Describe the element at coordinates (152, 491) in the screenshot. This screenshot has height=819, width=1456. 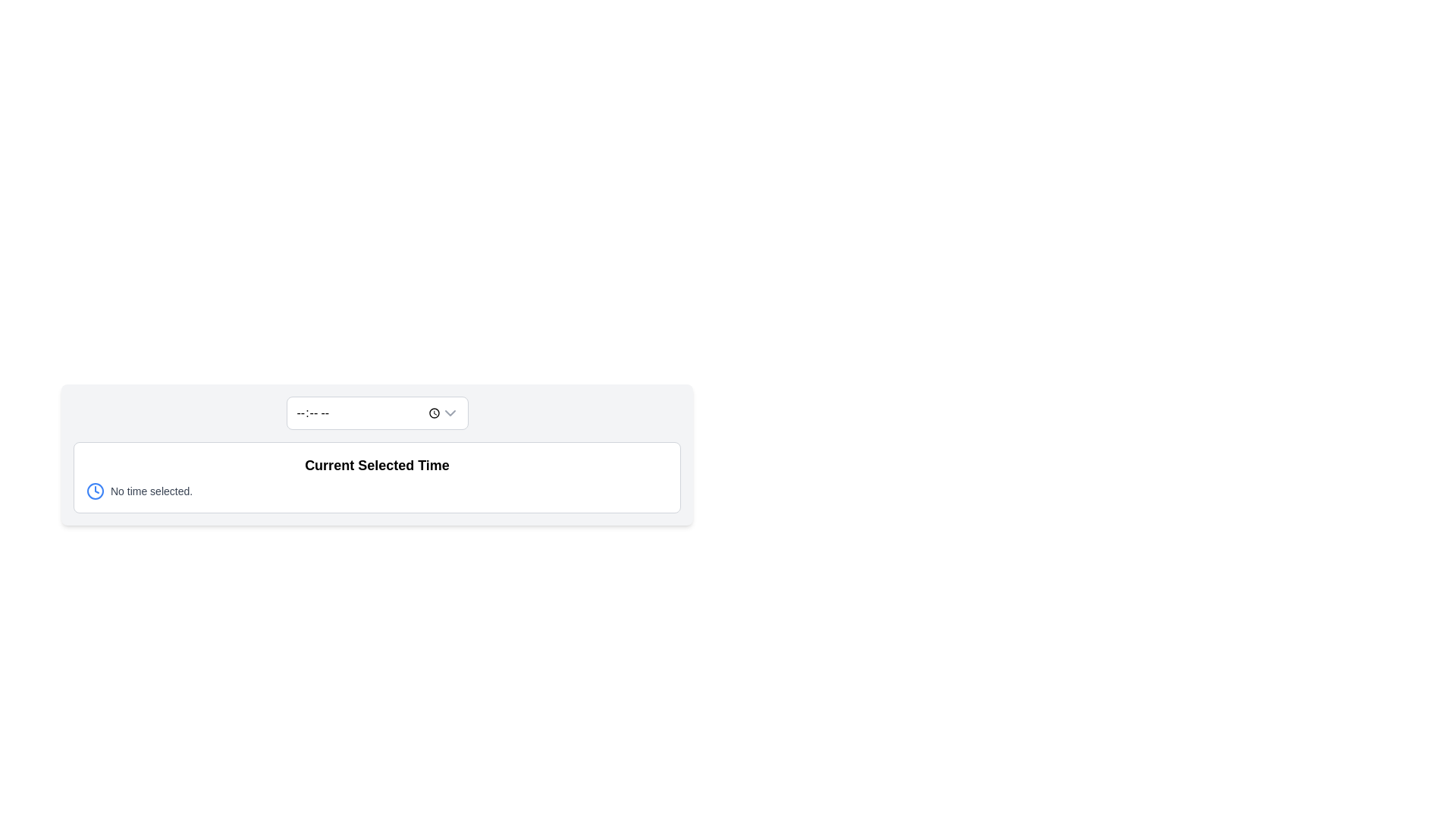
I see `the text component displaying 'No time selected.' which is styled in gray and located beside the clock icon in the 'Current Selected Time' section` at that location.